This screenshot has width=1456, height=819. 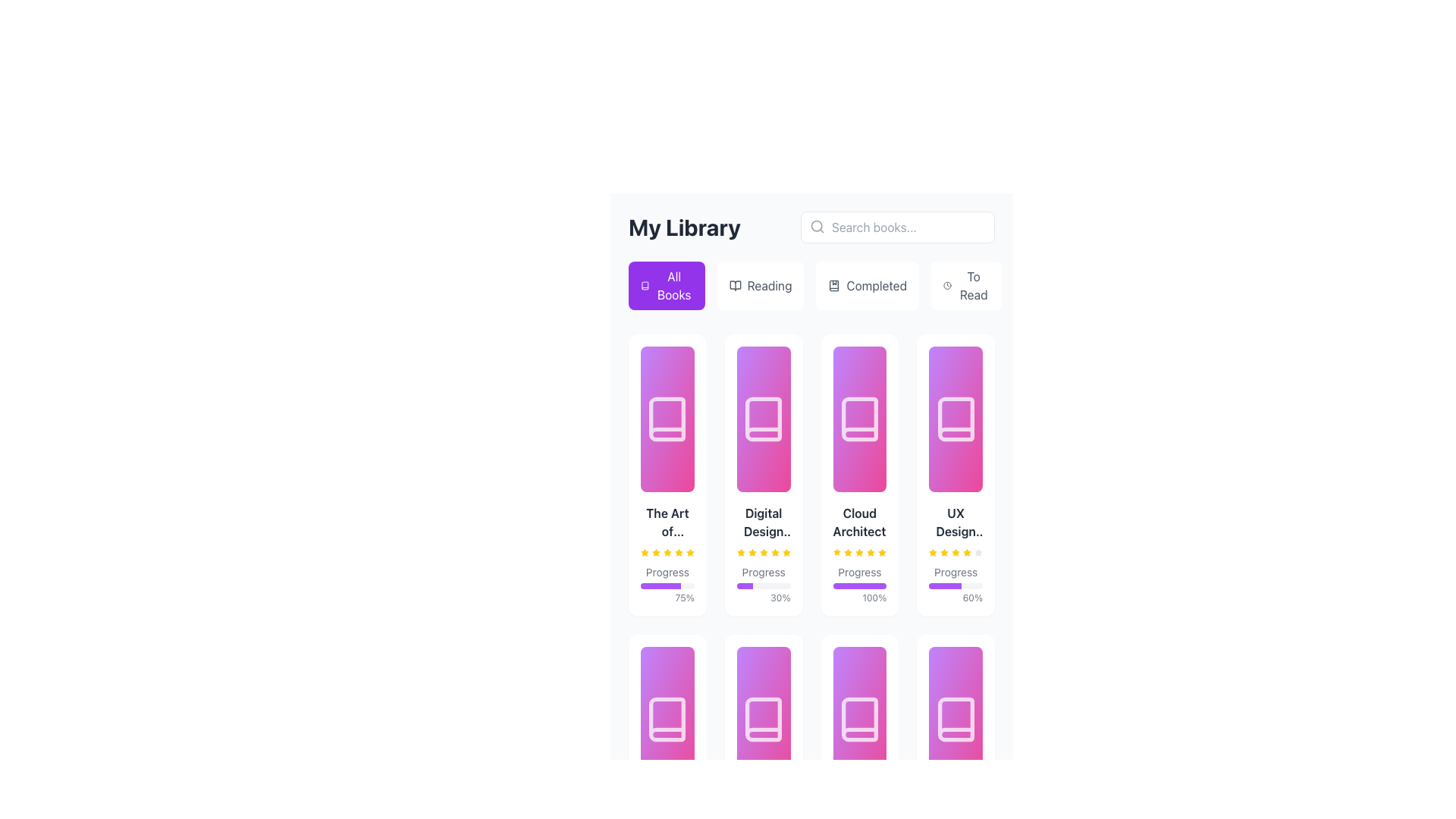 I want to click on the third star icon in the rating control for the 'Cloud Architect' card, which visually indicates the rating status, so click(x=847, y=552).